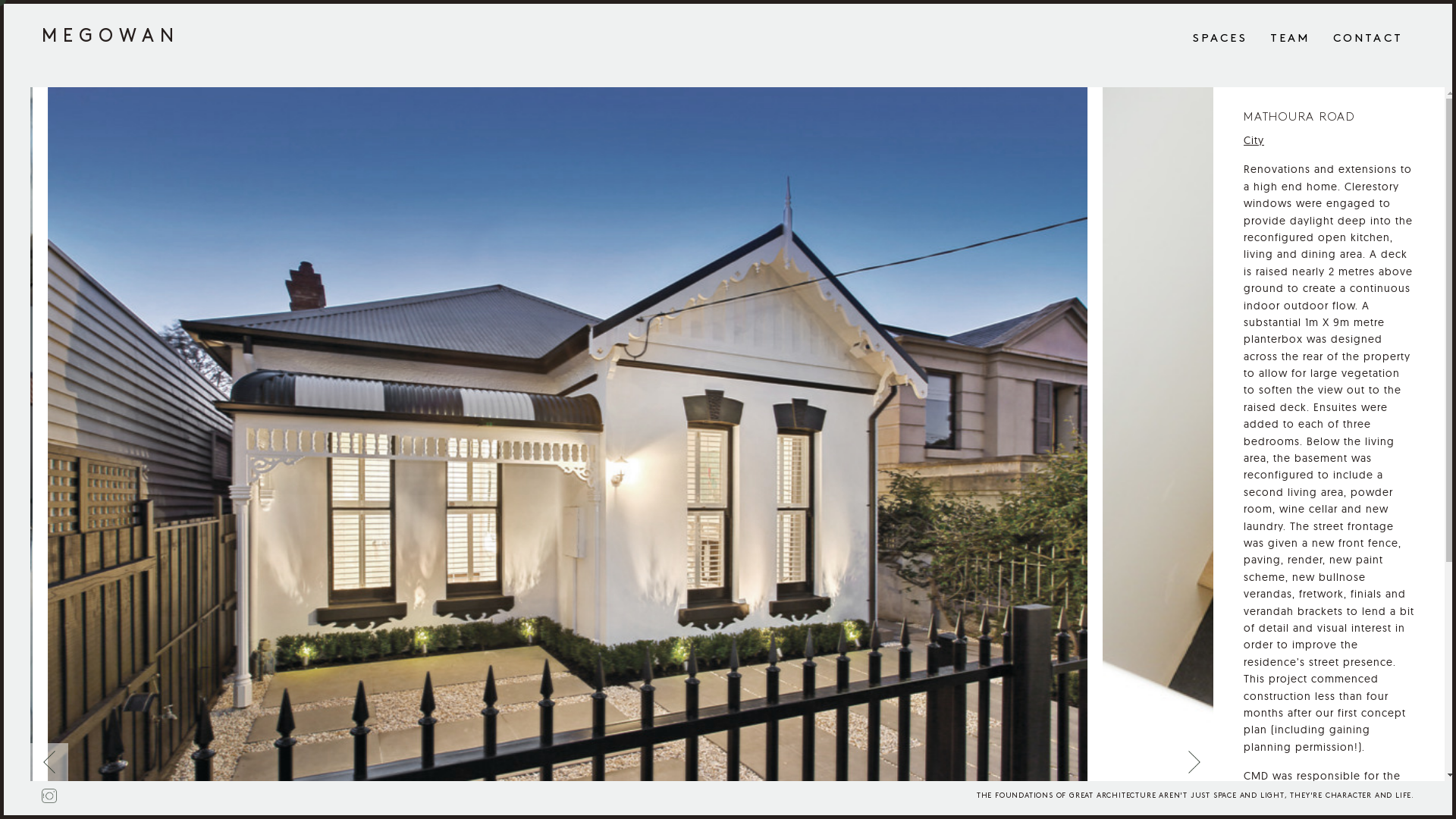 This screenshot has height=819, width=1456. What do you see at coordinates (109, 35) in the screenshot?
I see `'MEGOWAN'` at bounding box center [109, 35].